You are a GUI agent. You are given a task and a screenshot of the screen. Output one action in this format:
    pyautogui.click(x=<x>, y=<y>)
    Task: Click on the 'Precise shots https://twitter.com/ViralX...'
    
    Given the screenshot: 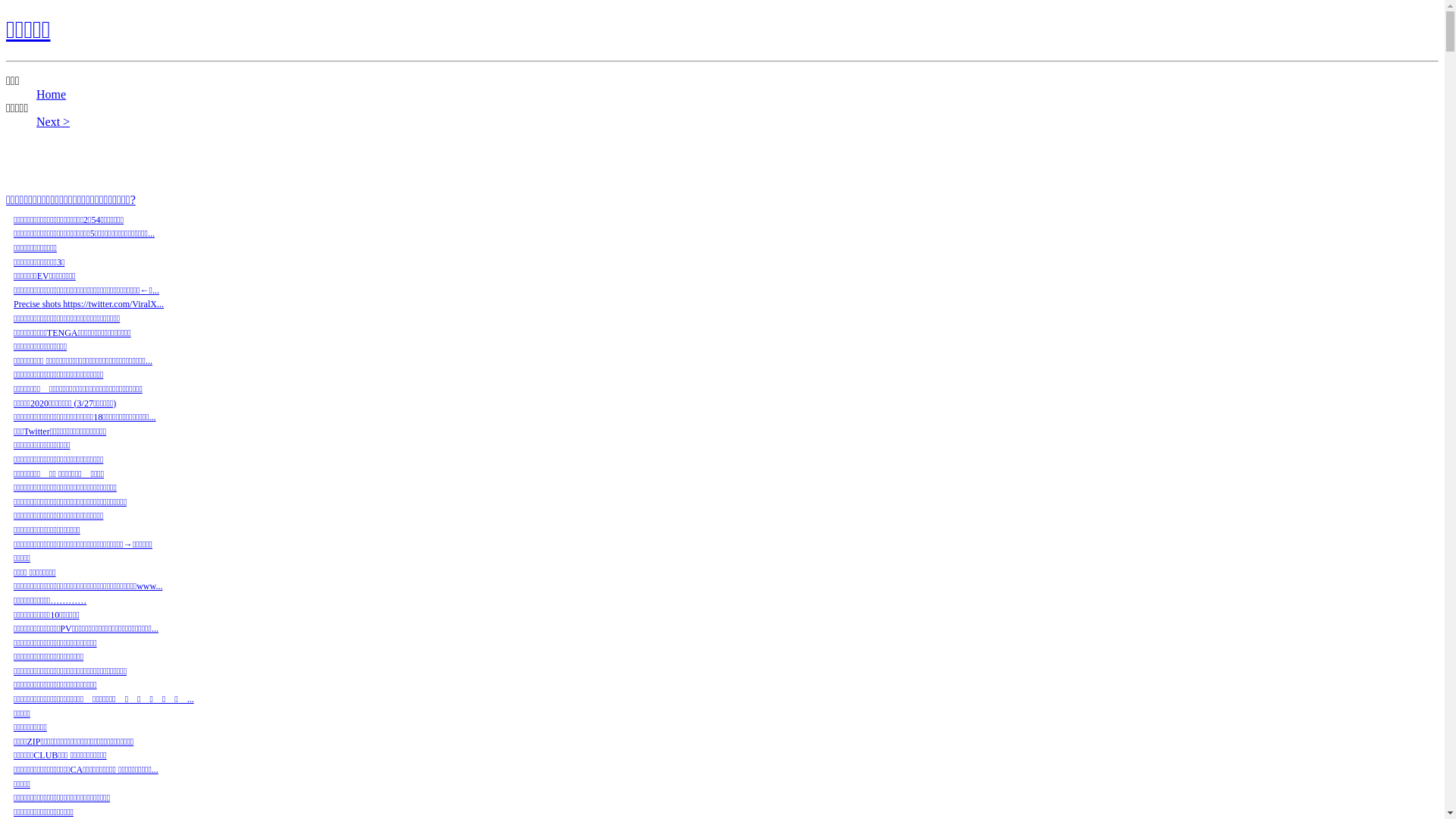 What is the action you would take?
    pyautogui.click(x=87, y=304)
    